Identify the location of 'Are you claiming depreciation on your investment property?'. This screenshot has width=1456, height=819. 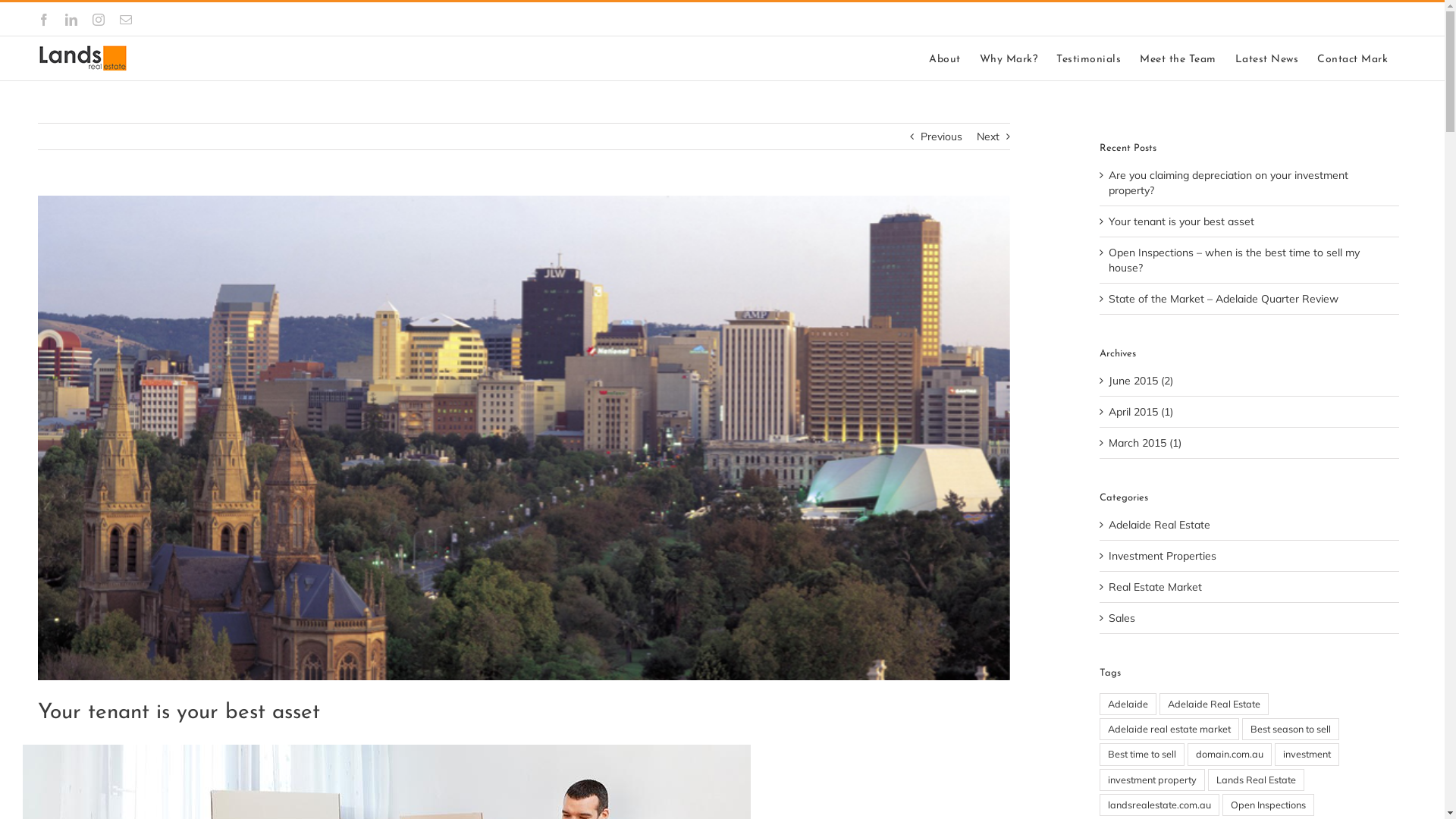
(1228, 181).